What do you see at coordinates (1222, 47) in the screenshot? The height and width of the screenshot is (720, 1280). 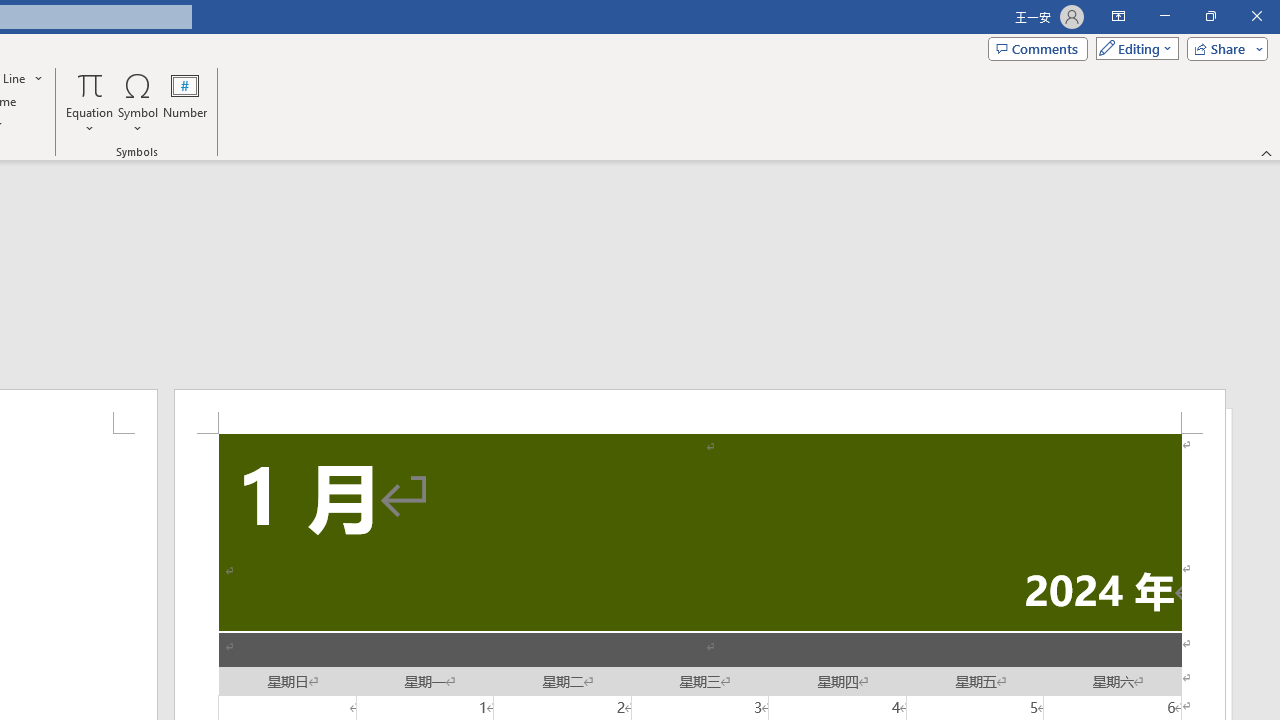 I see `'Share'` at bounding box center [1222, 47].